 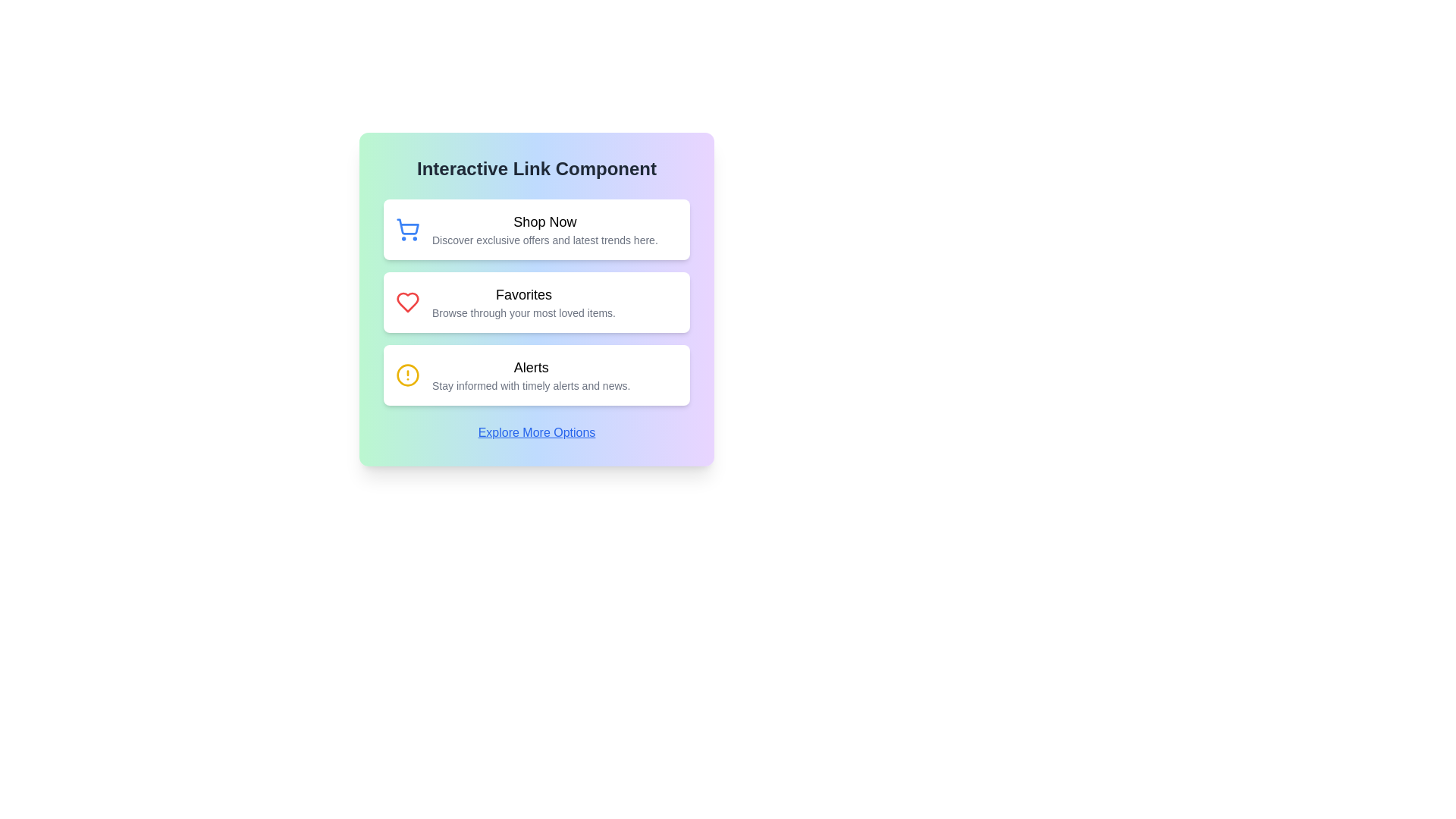 What do you see at coordinates (531, 375) in the screenshot?
I see `the text element containing the heading 'Alerts' and the subheading 'Stay informed with timely alerts and news.' which is positioned centrally within the third interactive card that features a yellow circle icon with an exclamation point` at bounding box center [531, 375].